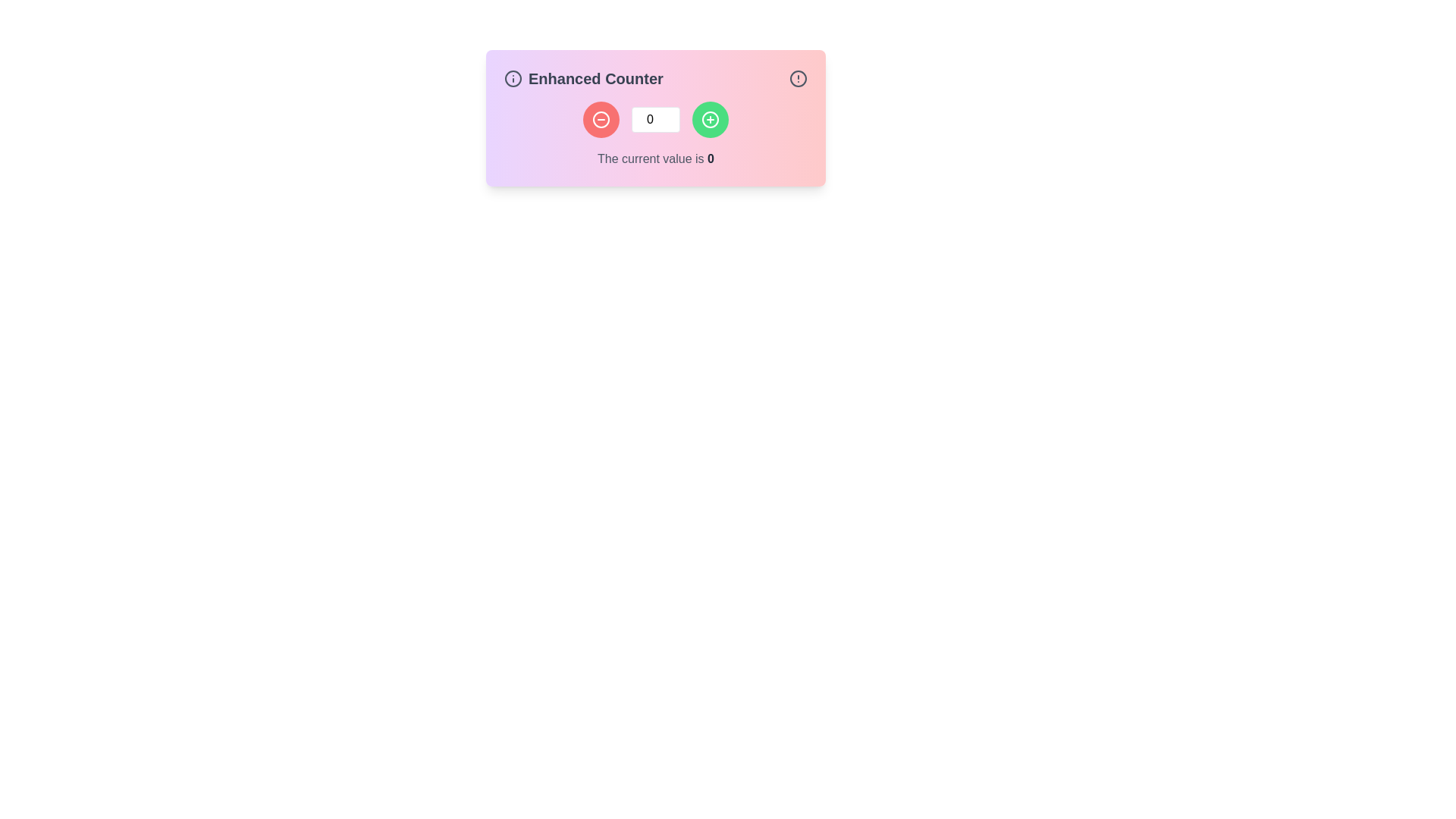  What do you see at coordinates (709, 119) in the screenshot?
I see `the graphical boundary of the green 'Add' button, which is represented by an SVG circle, located to the right of the counter input field` at bounding box center [709, 119].